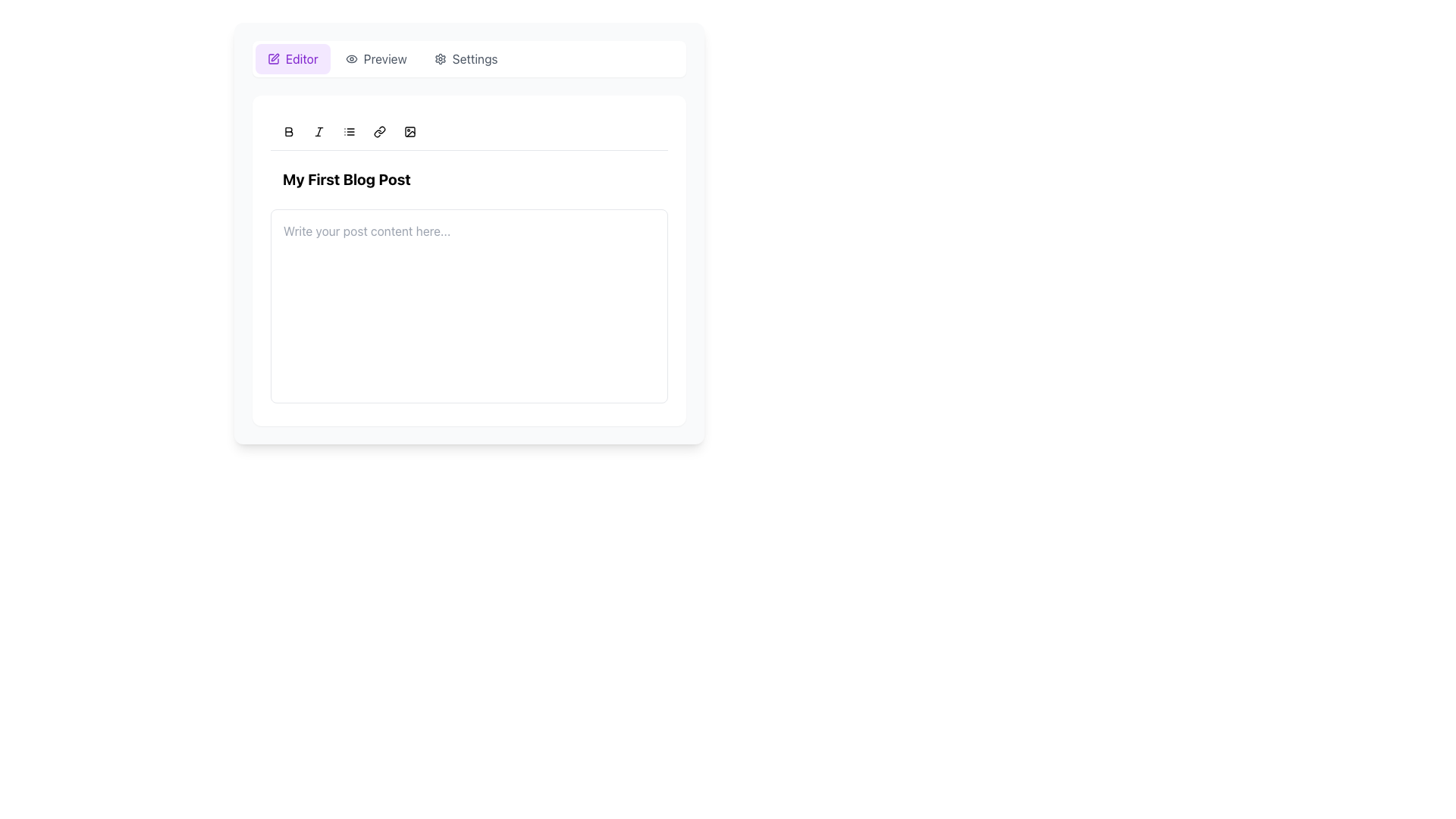 This screenshot has width=1456, height=819. What do you see at coordinates (348, 130) in the screenshot?
I see `the list formatting button, which is the third button from the left in the formatting toolbar of the text editor, located between the 'Italic' and 'Link' buttons` at bounding box center [348, 130].